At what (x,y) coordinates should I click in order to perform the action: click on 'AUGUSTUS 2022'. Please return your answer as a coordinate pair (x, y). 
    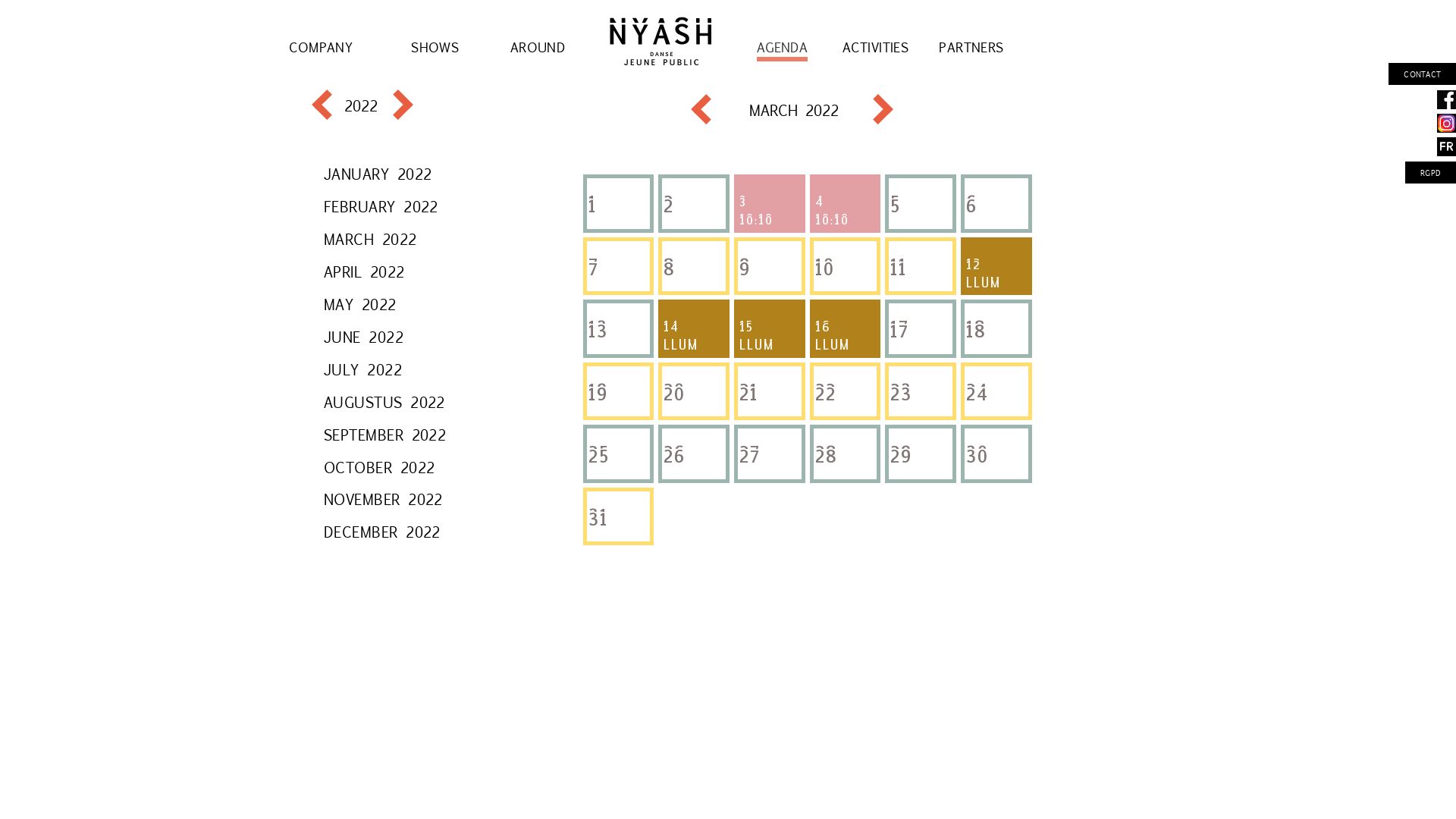
    Looking at the image, I should click on (384, 400).